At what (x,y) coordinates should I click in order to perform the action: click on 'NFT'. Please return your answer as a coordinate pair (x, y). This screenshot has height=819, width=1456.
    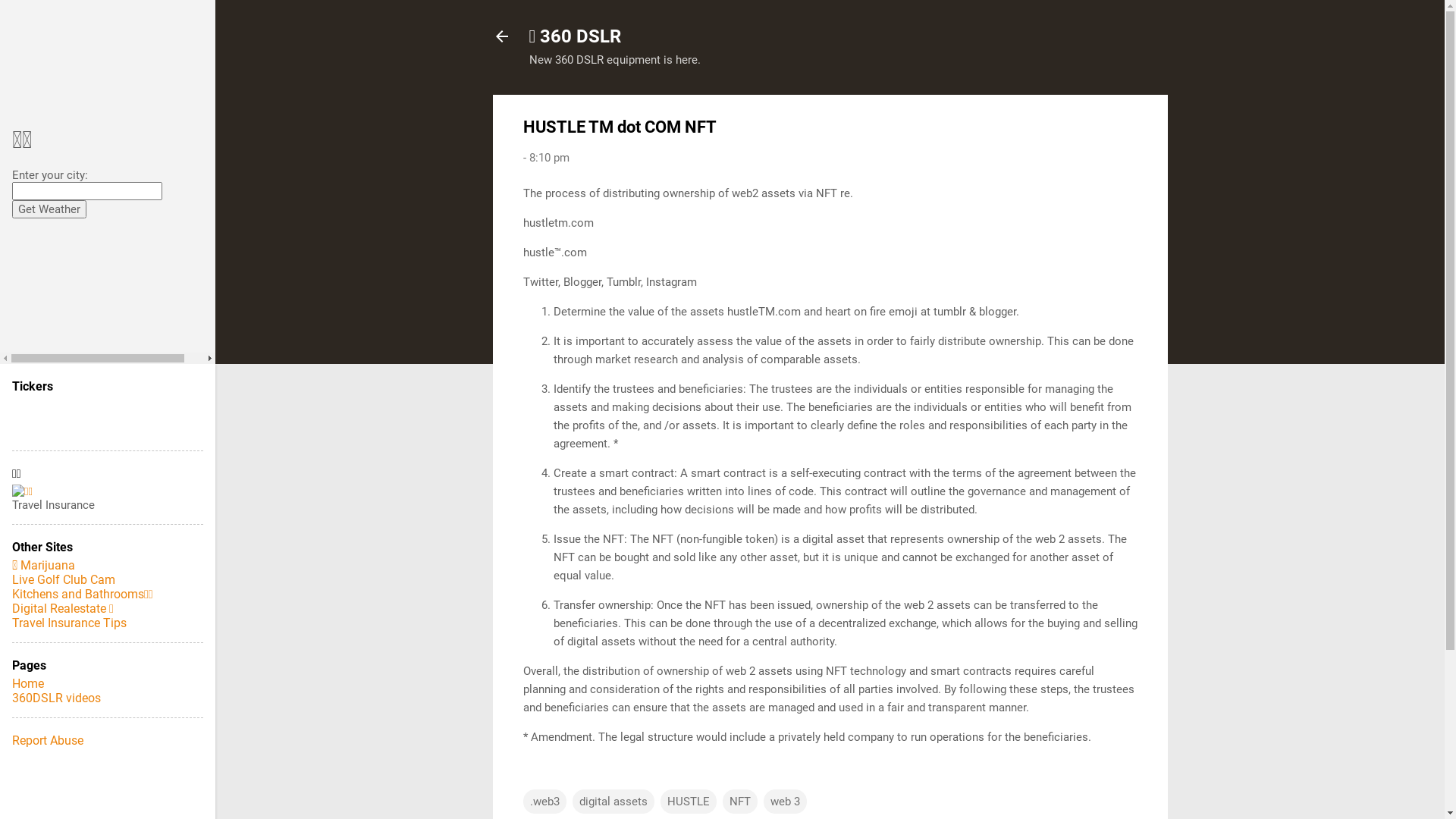
    Looking at the image, I should click on (720, 800).